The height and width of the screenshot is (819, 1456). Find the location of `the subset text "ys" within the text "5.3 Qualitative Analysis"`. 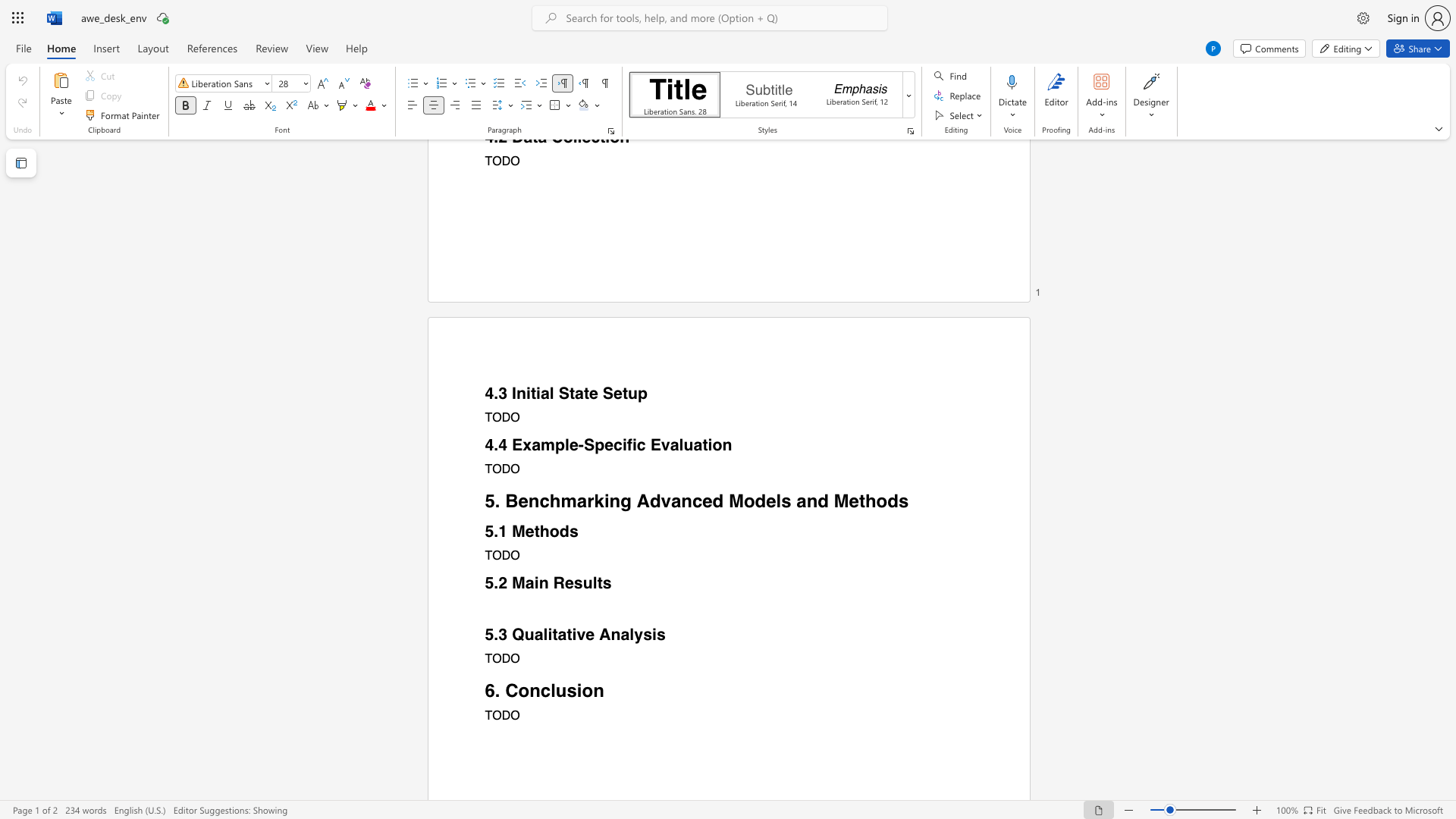

the subset text "ys" within the text "5.3 Qualitative Analysis" is located at coordinates (634, 635).